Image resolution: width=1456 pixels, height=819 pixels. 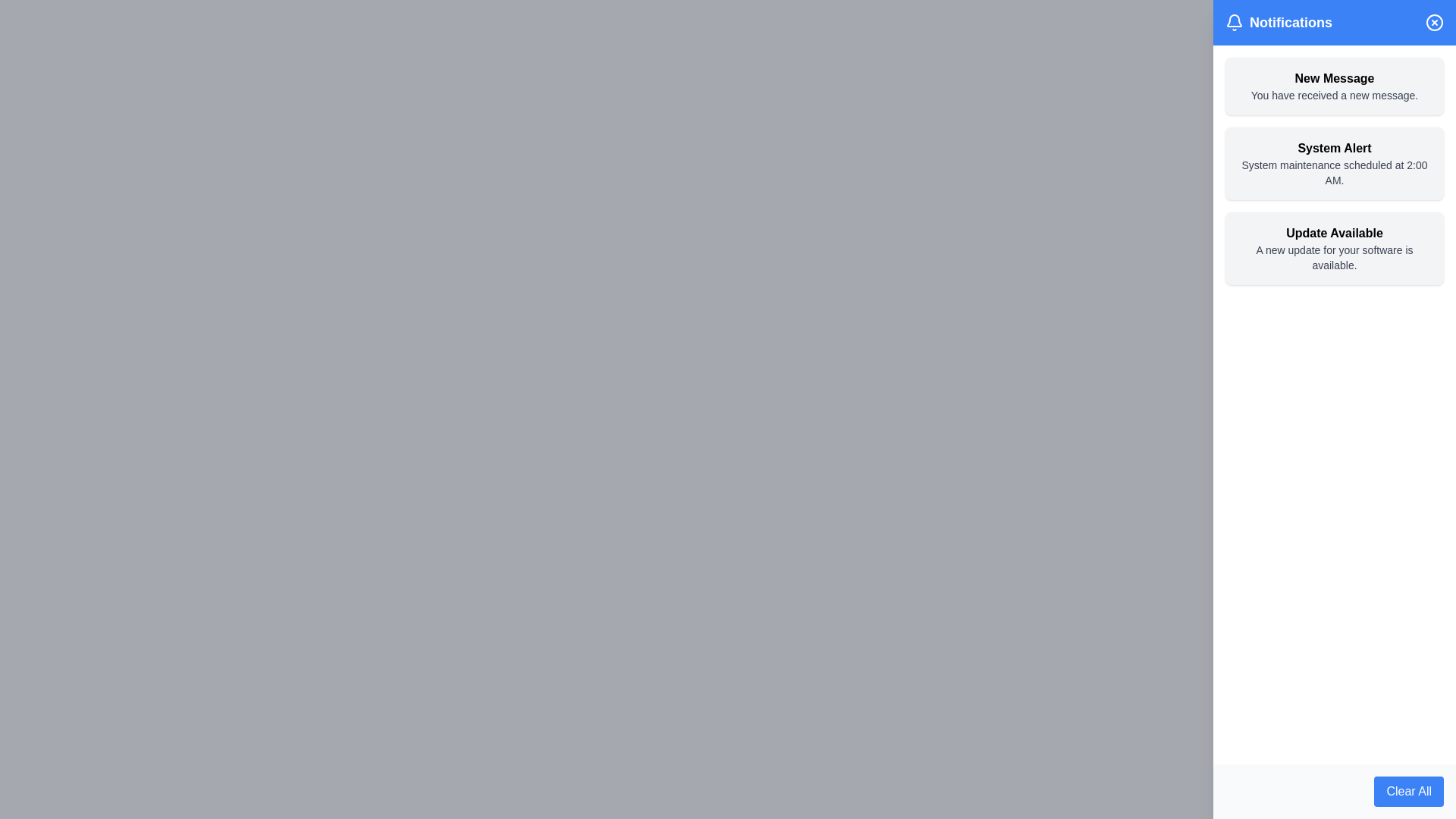 I want to click on the text element that provides additional details about the 'New Message' notification, located below the title in the notification block, so click(x=1335, y=96).